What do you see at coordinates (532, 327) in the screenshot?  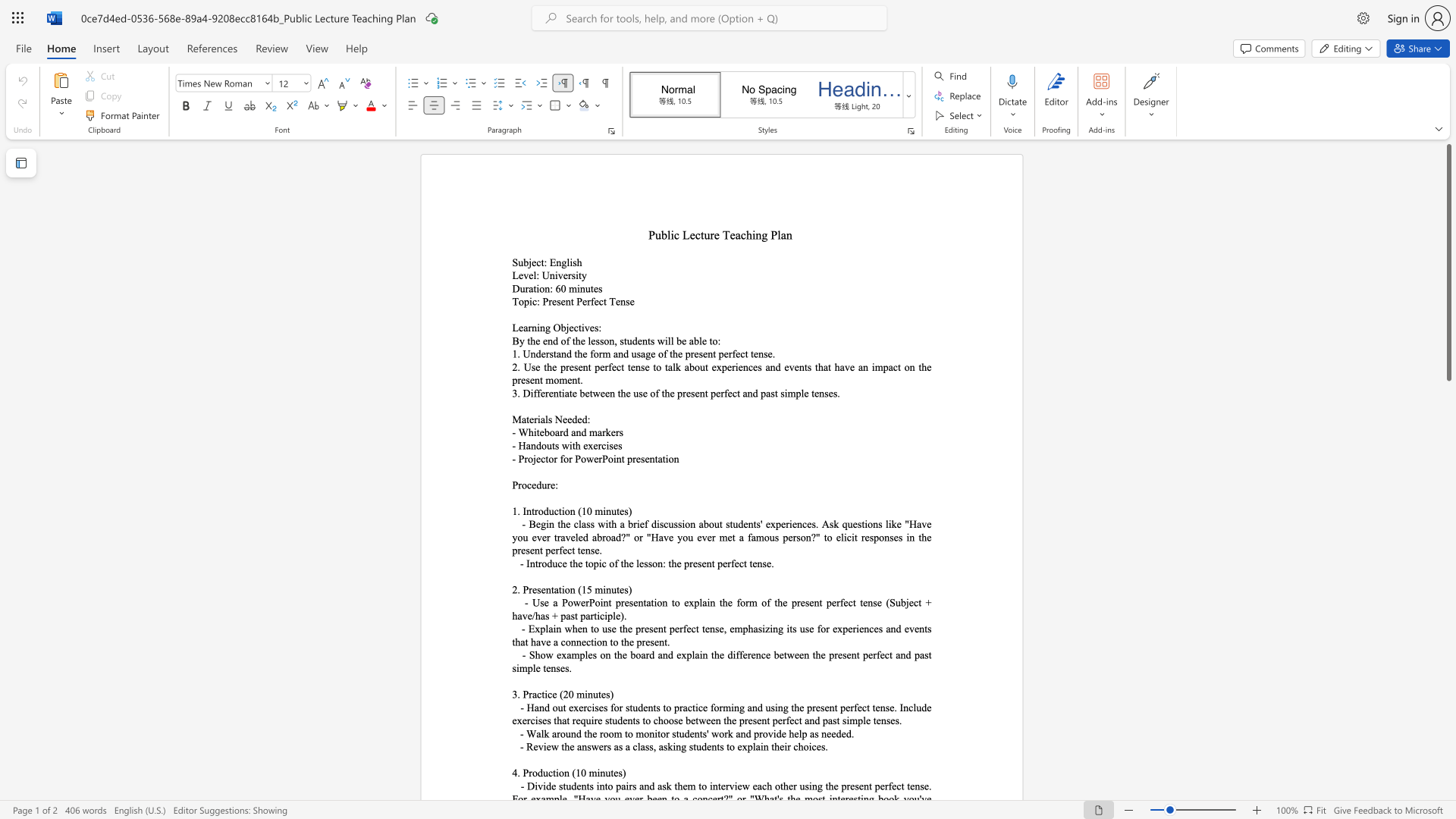 I see `the subset text "ning Objecti" within the text "Learning Objectives:"` at bounding box center [532, 327].